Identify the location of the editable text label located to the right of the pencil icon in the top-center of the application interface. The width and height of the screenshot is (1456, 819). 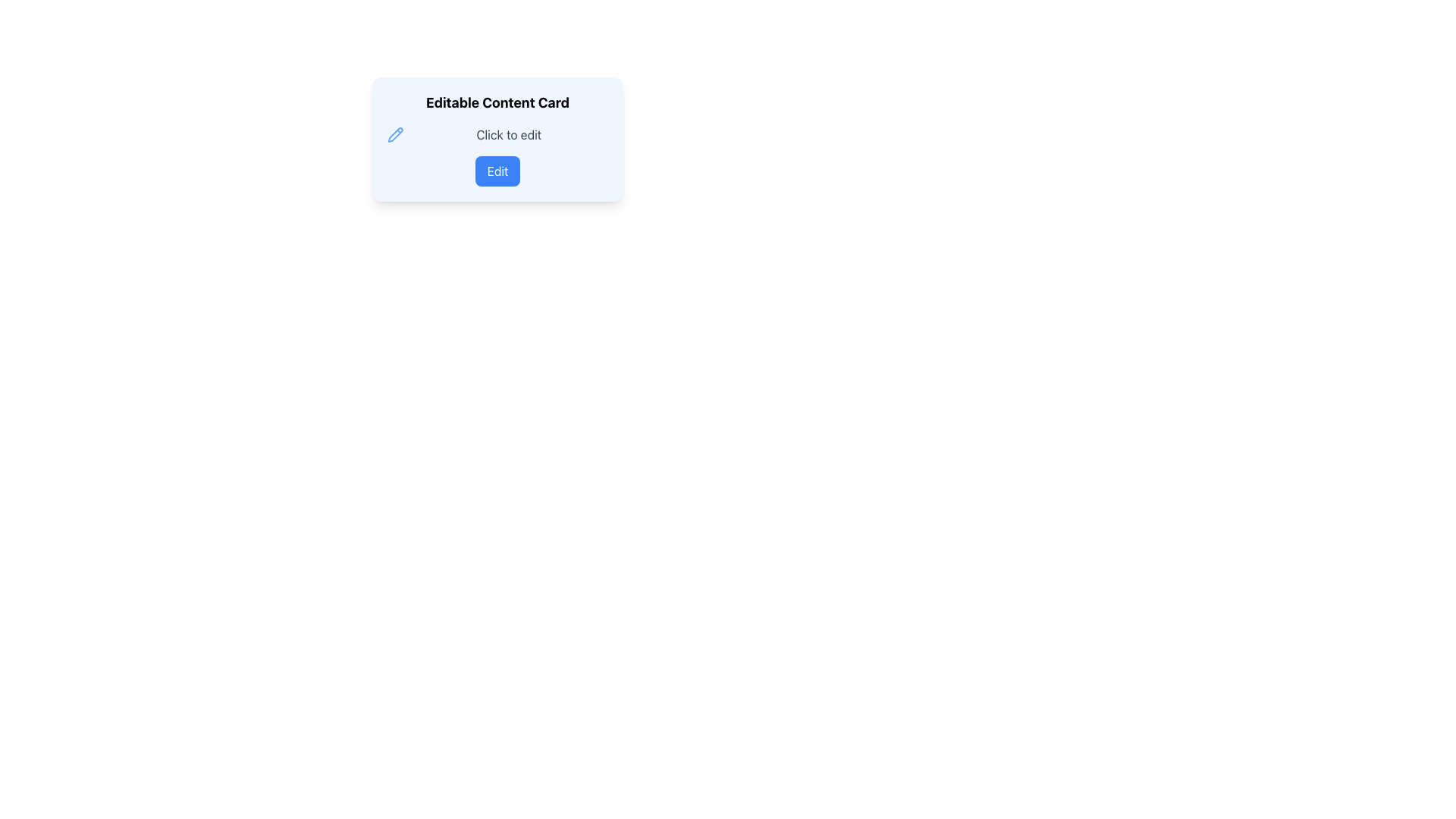
(509, 133).